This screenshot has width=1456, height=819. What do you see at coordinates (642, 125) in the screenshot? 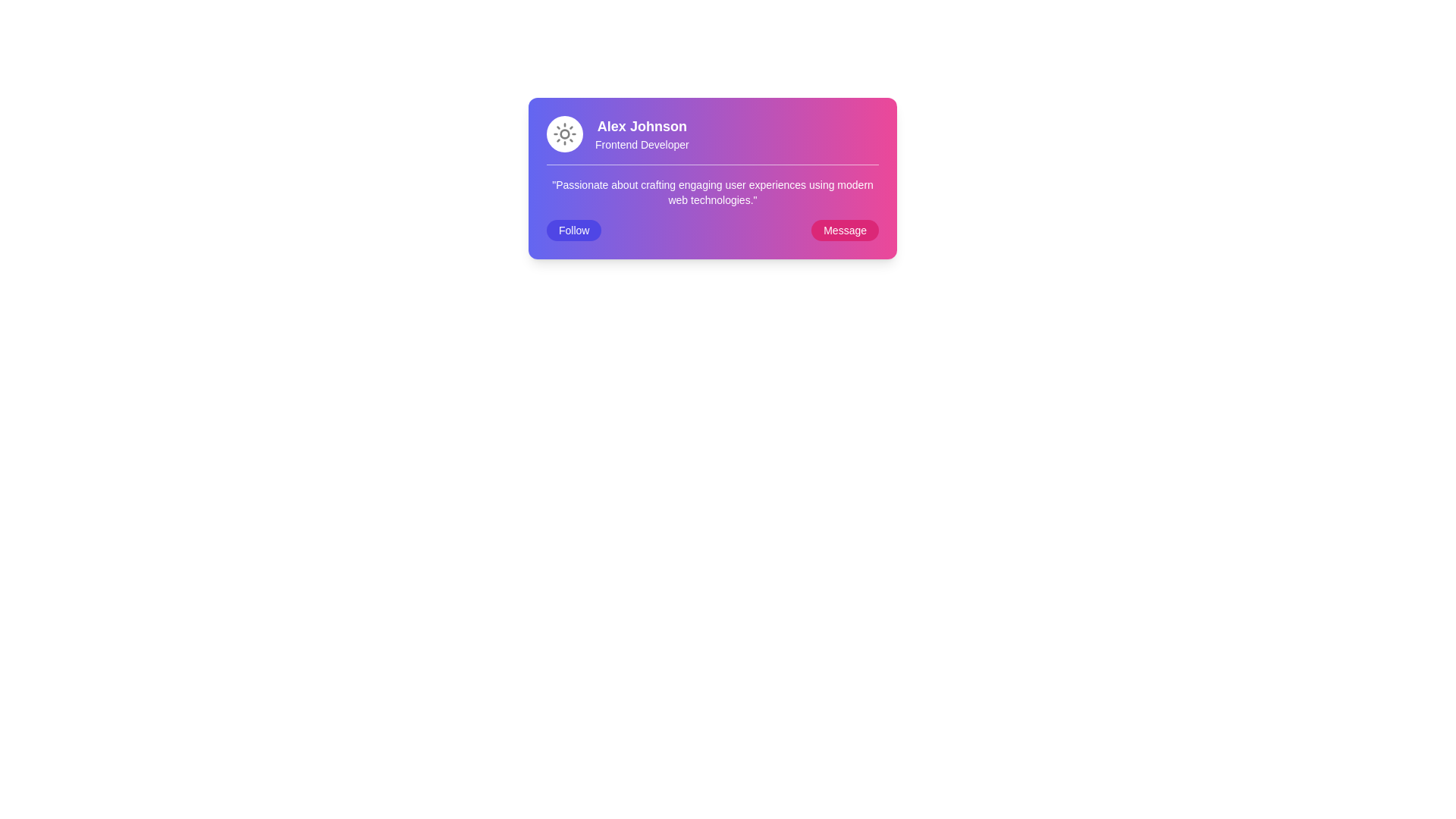
I see `the text label displaying 'Alex Johnson', which is bold and positioned at the top of a card-like component, to the right of a circular icon and above the 'Frontend Developer' text` at bounding box center [642, 125].